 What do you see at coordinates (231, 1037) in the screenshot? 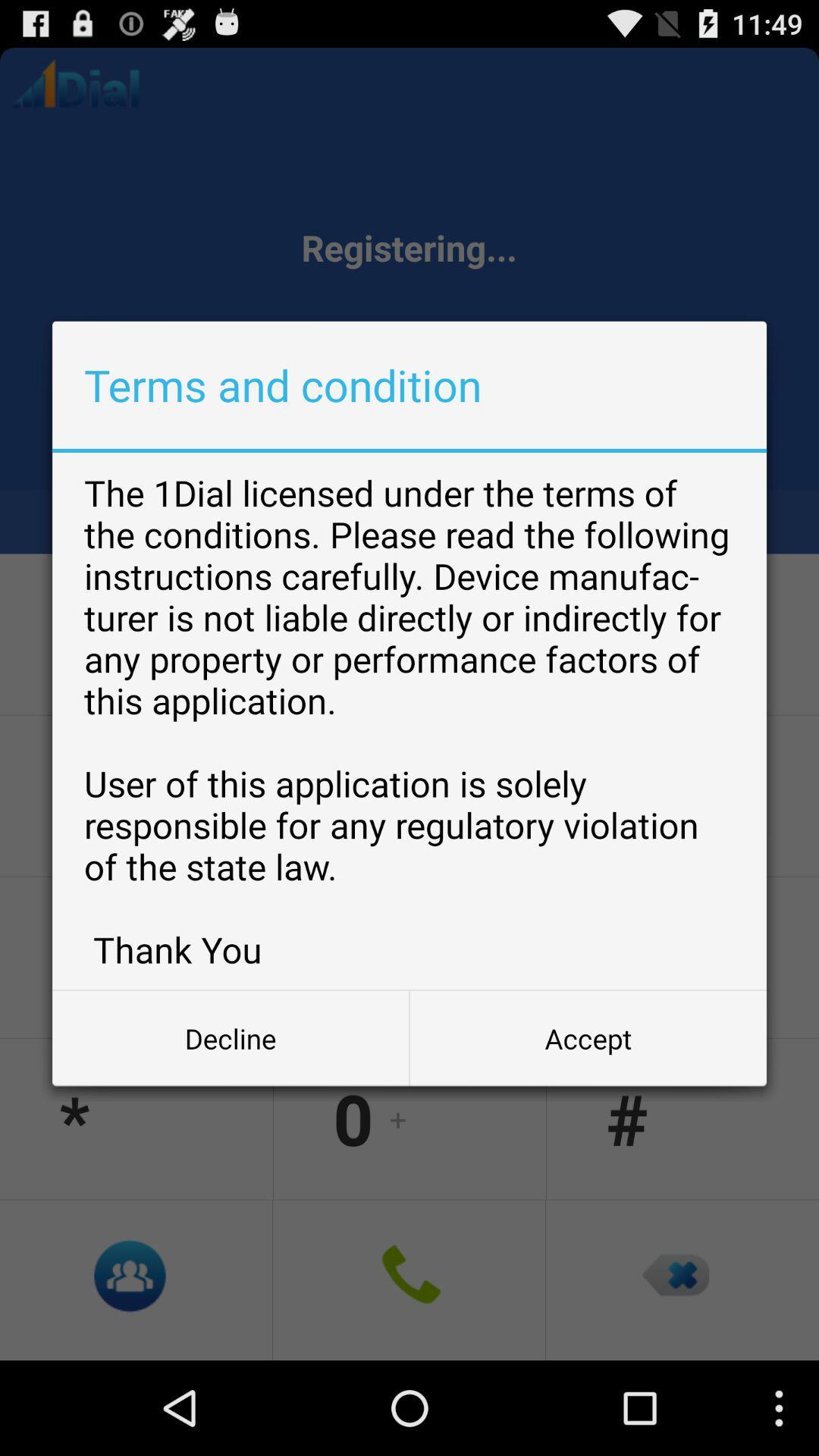
I see `the decline item` at bounding box center [231, 1037].